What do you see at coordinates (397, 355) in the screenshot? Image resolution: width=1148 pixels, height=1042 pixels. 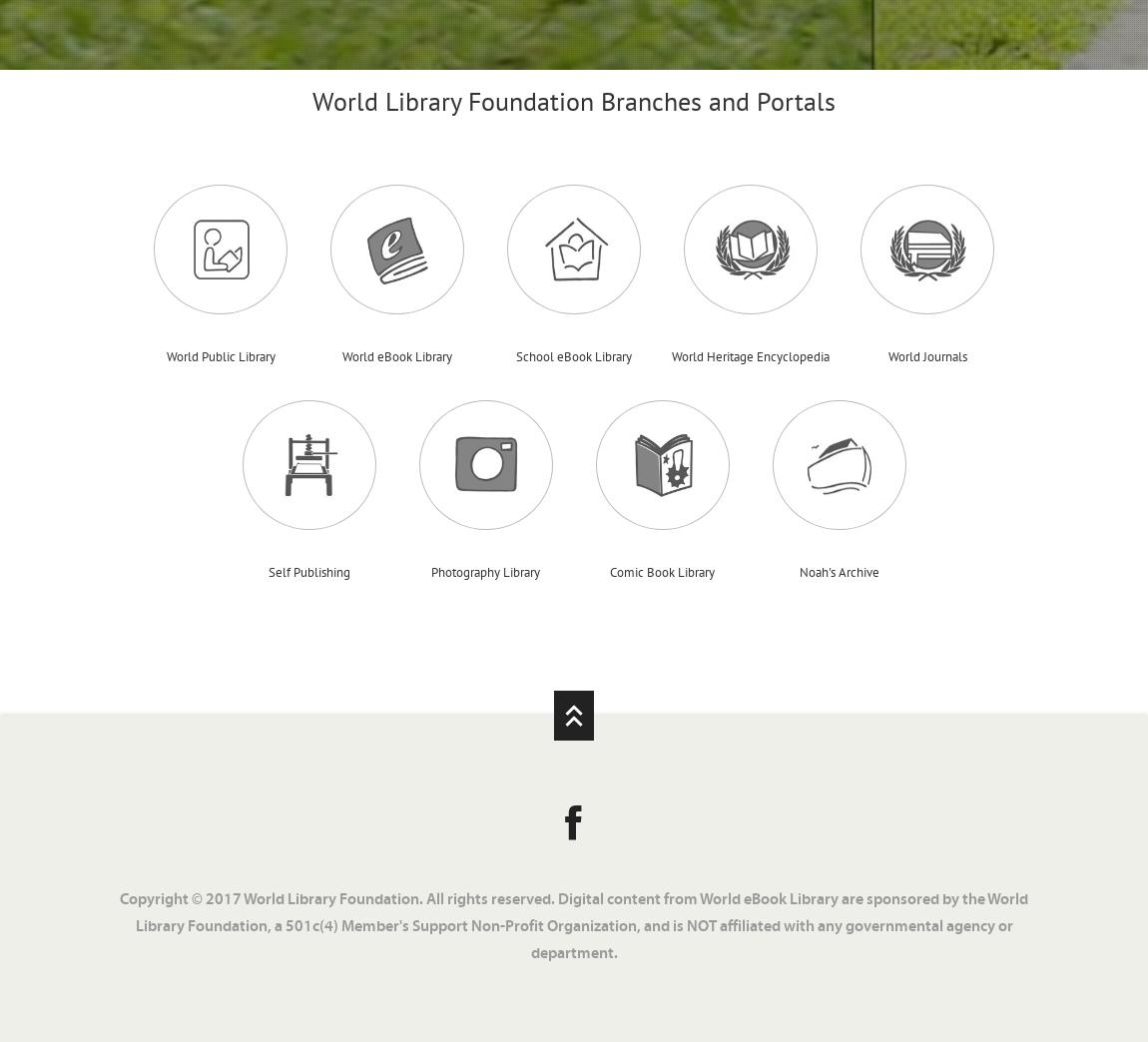 I see `'World eBook Library'` at bounding box center [397, 355].